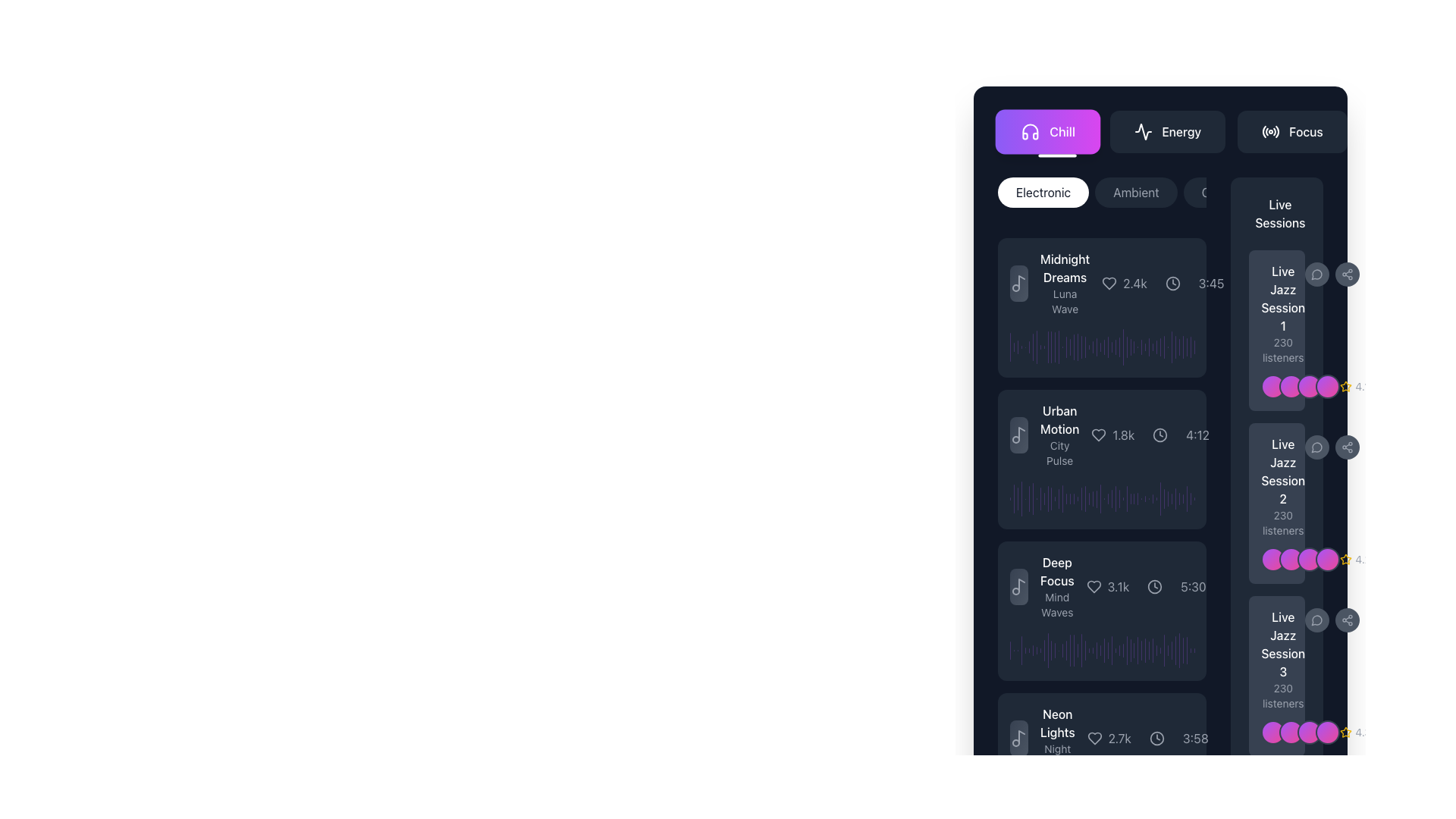  Describe the element at coordinates (1300, 385) in the screenshot. I see `the decorative visuals or avatar indicators, which are four adjacent circular gradient icons transitioning from purple to pink, located below the 'Live Jazz Session 1' label and above the '230 listeners' text` at that location.